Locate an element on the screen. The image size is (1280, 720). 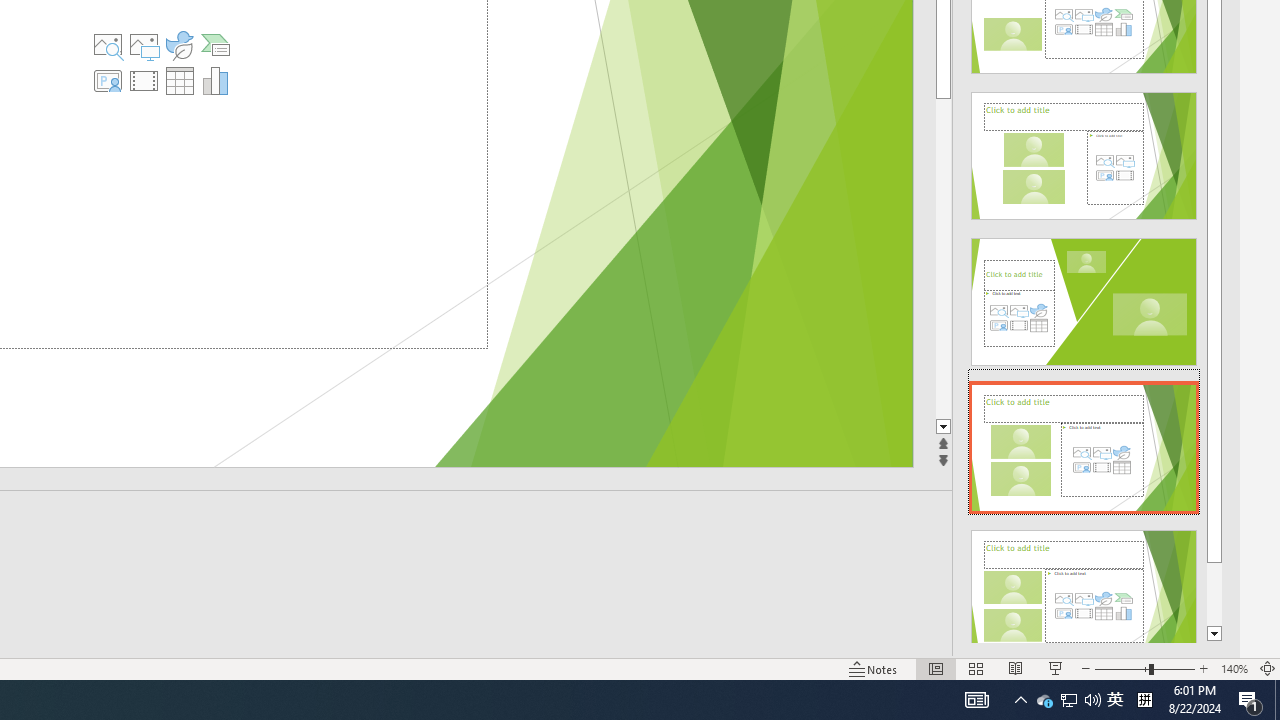
'Zoom 140%' is located at coordinates (1233, 669).